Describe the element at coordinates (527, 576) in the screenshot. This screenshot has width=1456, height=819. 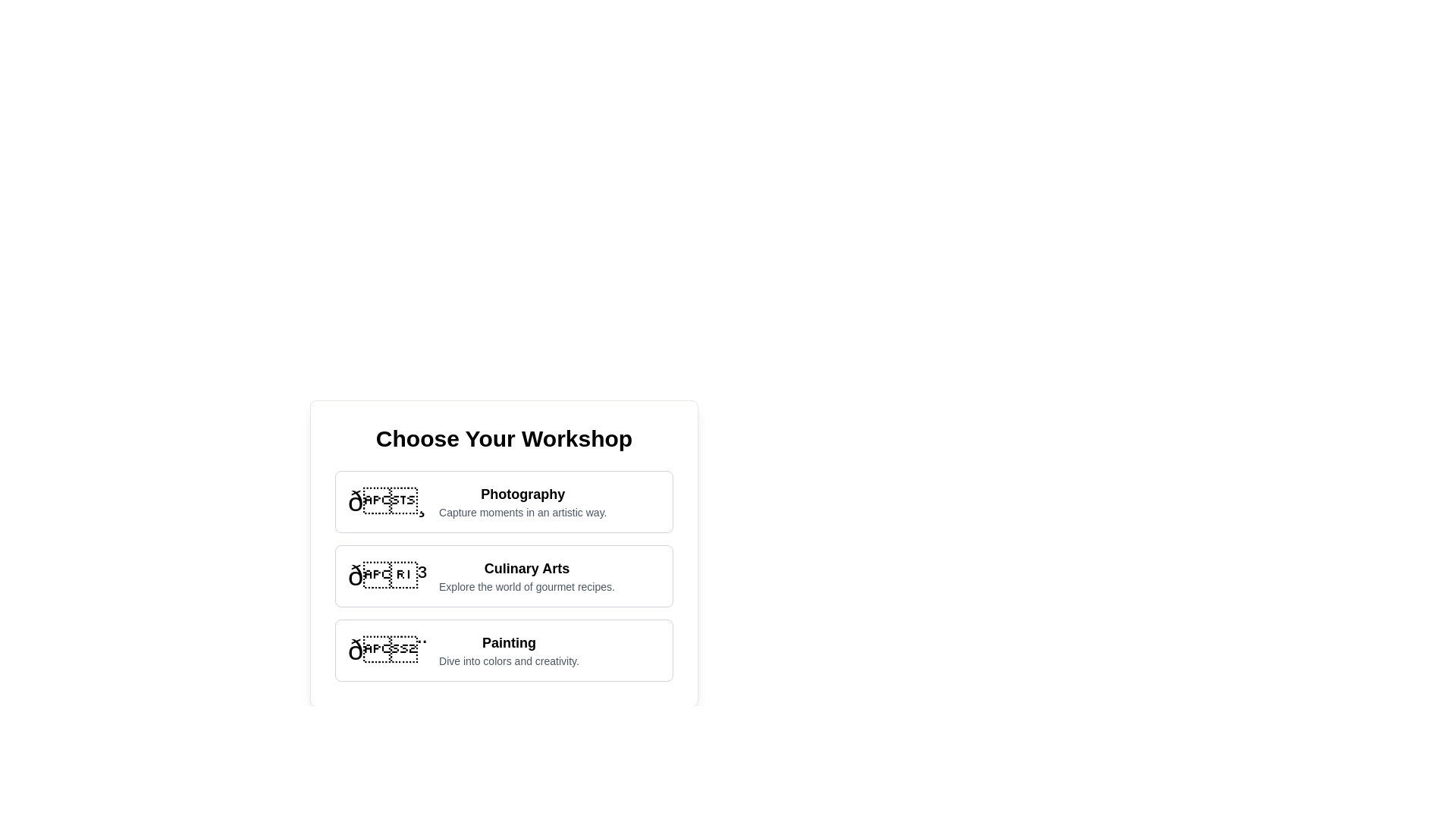
I see `the 'Culinary Arts' text block, which is a two-line textual component with the first line in bold and larger font, and the second line in smaller gray font` at that location.